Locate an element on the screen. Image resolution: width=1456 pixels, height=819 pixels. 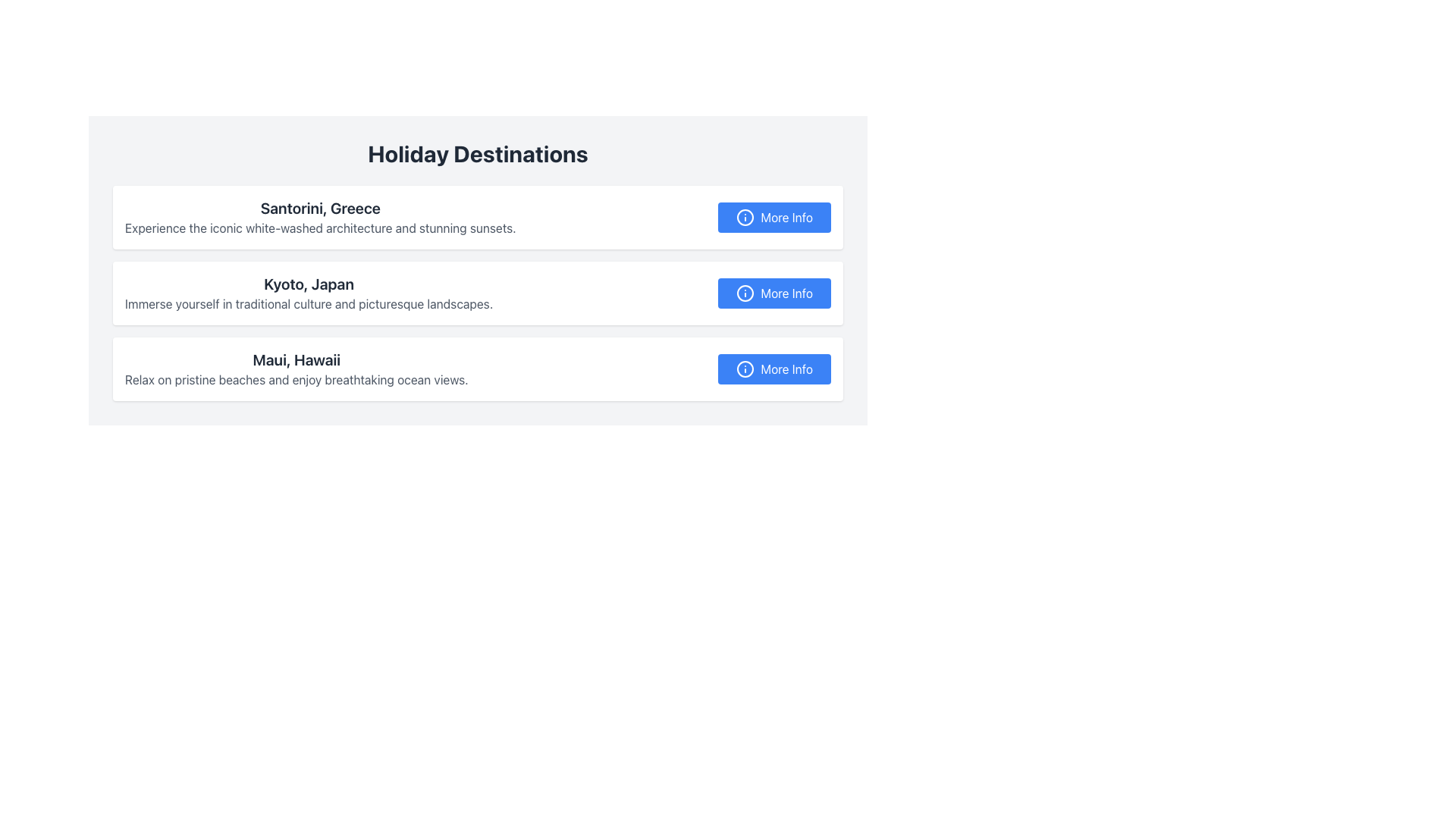
the descriptive text that reads 'Experience the iconic white-washed architecture and stunning sunsets.' located directly beneath the bold heading 'Santorini, Greece' is located at coordinates (319, 227).